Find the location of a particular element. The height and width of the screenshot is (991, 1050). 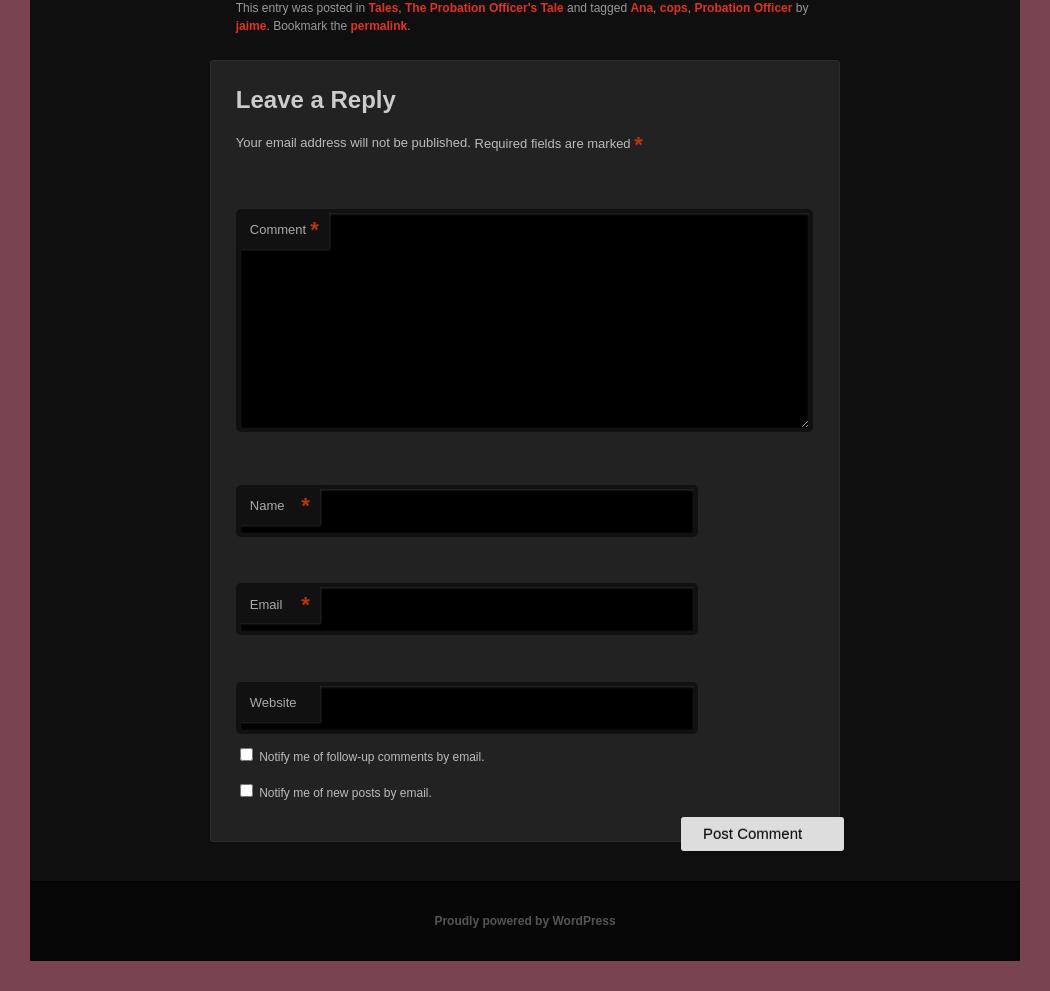

'and tagged' is located at coordinates (595, 7).